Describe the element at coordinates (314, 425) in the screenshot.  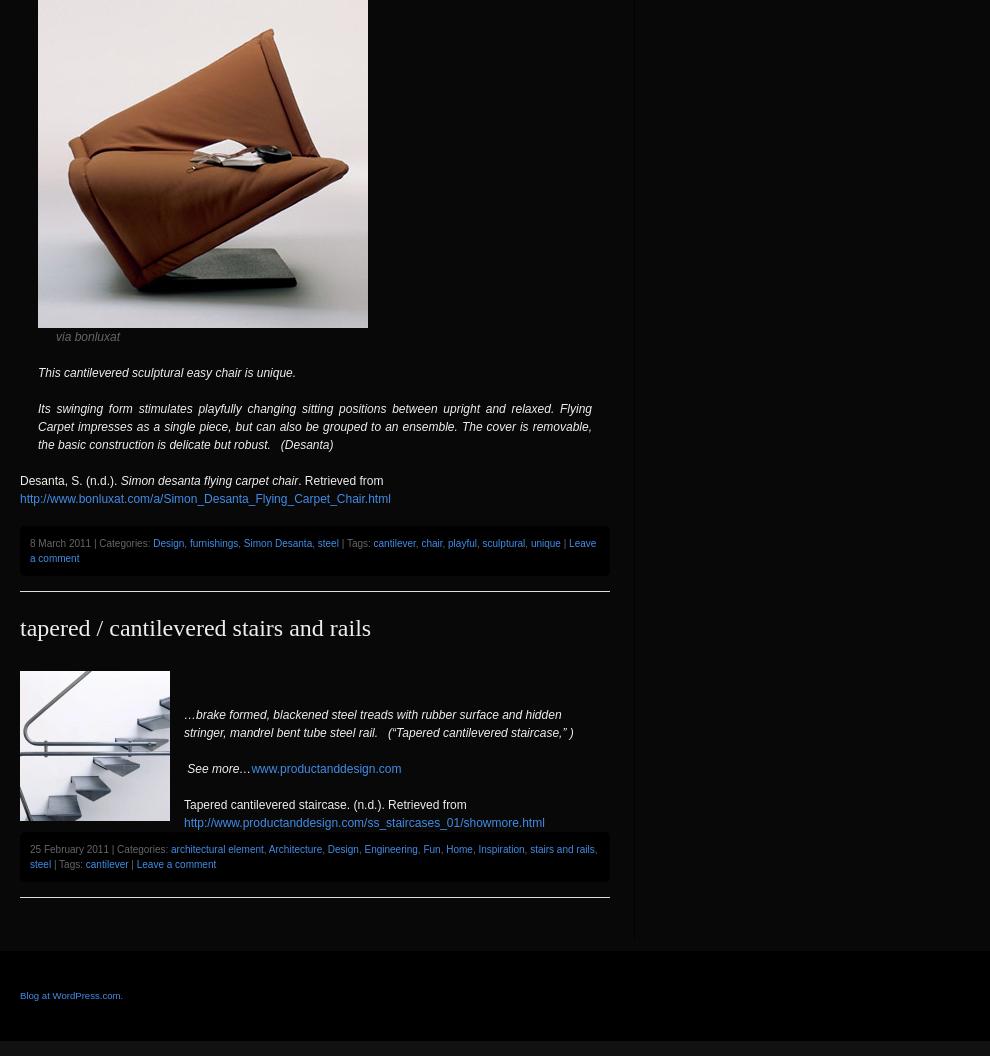
I see `'Its swinging form stimulates playfully changing sitting positions between upright and relaxed. Flying Carpet impresses as a single piece, but can also be grouped to an ensemble. The cover is removable, the basic construction is delicate but robust.   (Desanta)'` at that location.